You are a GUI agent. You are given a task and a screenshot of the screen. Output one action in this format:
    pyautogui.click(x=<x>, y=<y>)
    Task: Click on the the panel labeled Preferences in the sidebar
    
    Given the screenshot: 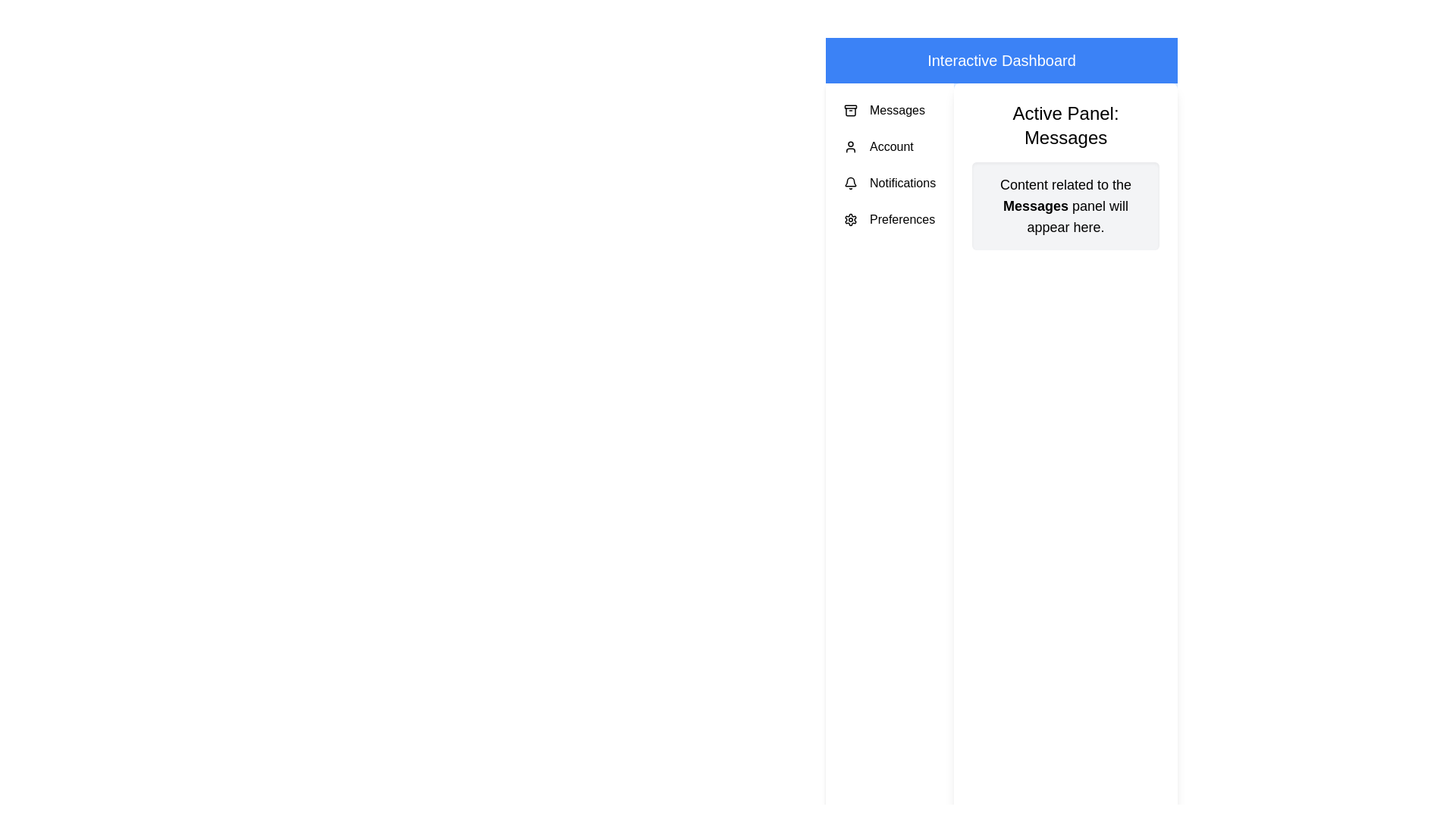 What is the action you would take?
    pyautogui.click(x=890, y=219)
    